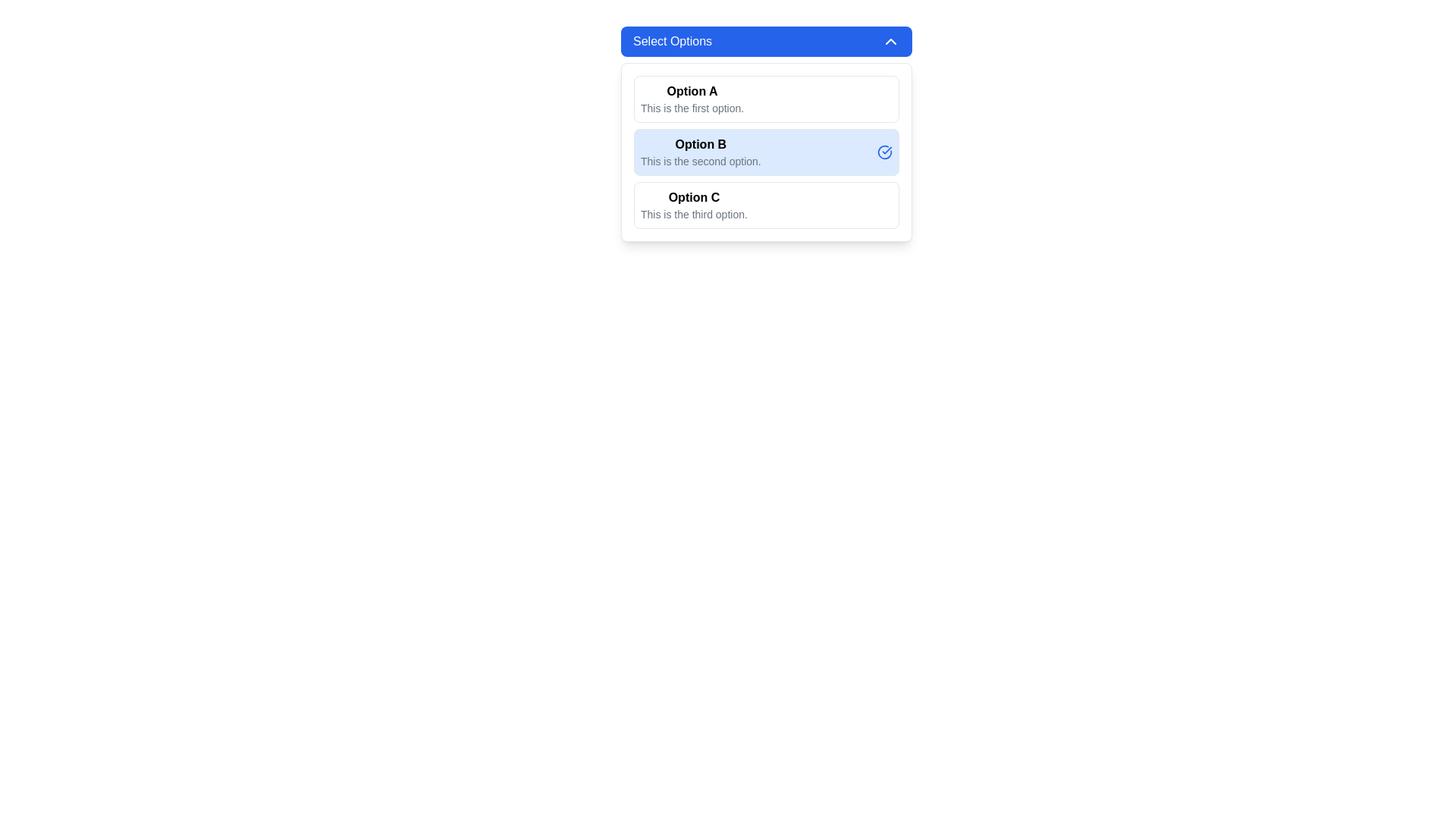 The width and height of the screenshot is (1456, 819). What do you see at coordinates (693, 214) in the screenshot?
I see `the descriptive label related to the 'Option C' selection, located below the header text 'Option C' as the last element in the grouped list` at bounding box center [693, 214].